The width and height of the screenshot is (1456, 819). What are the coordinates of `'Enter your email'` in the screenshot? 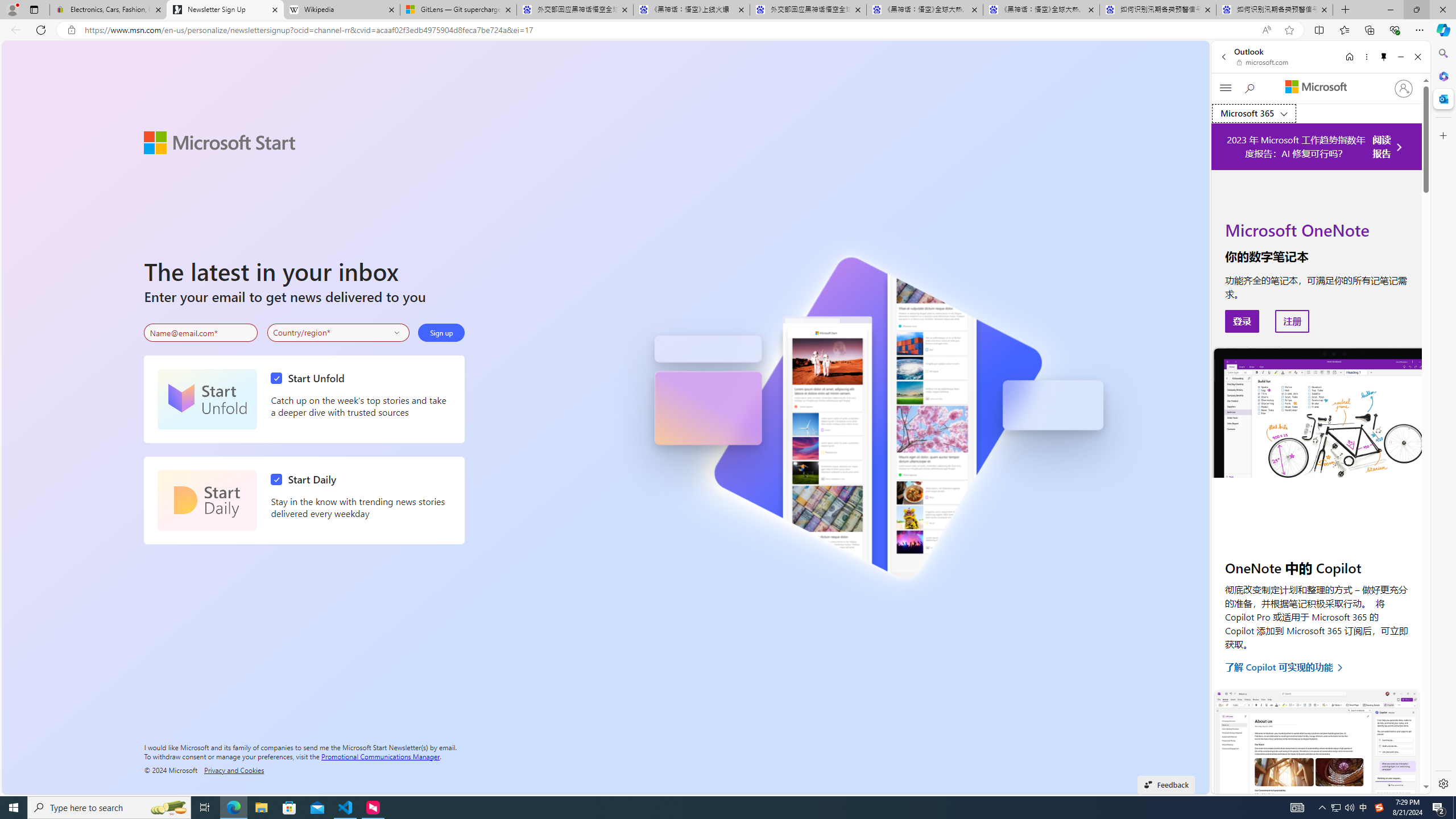 It's located at (200, 333).